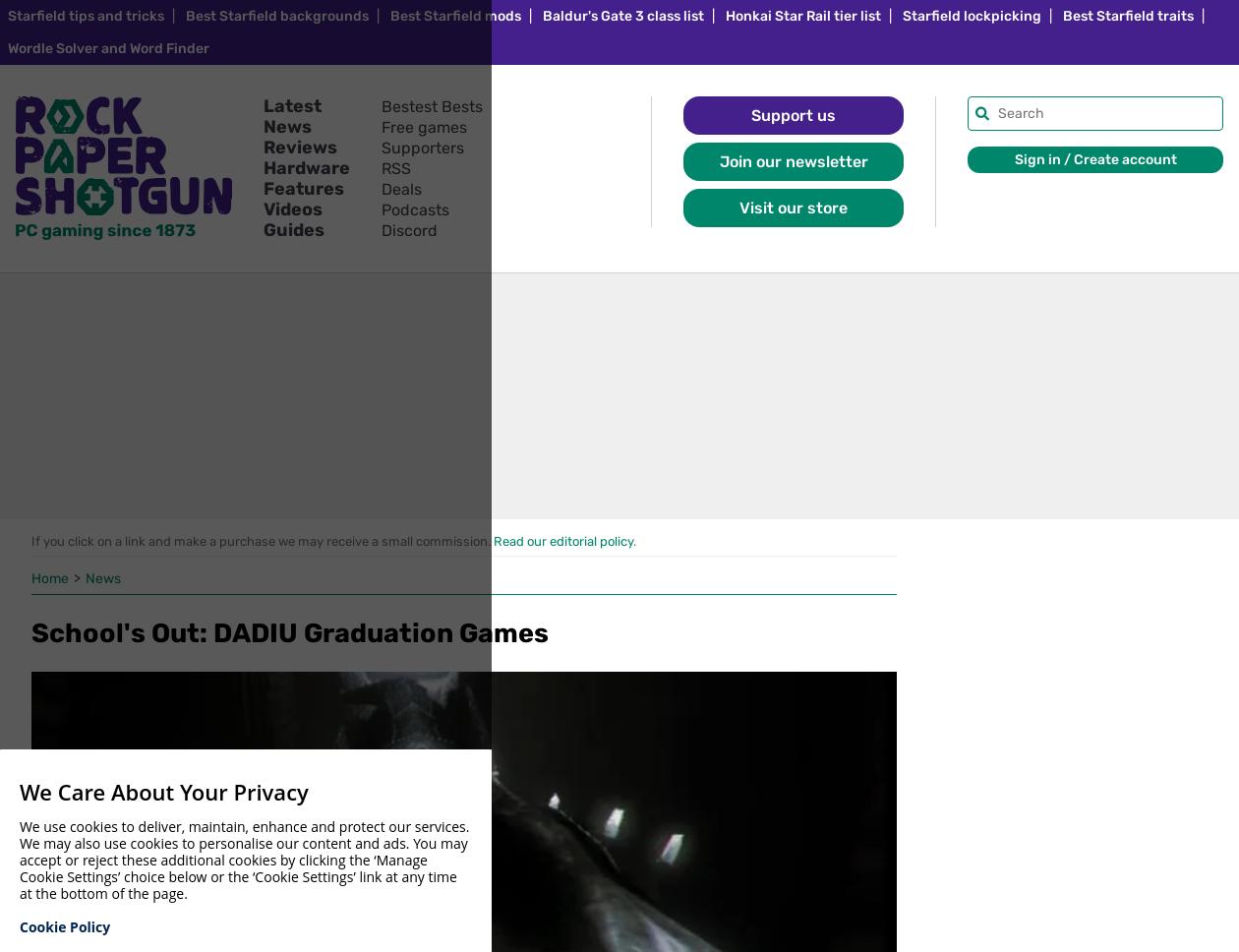  I want to click on 'Sign in / Create account', so click(1094, 159).